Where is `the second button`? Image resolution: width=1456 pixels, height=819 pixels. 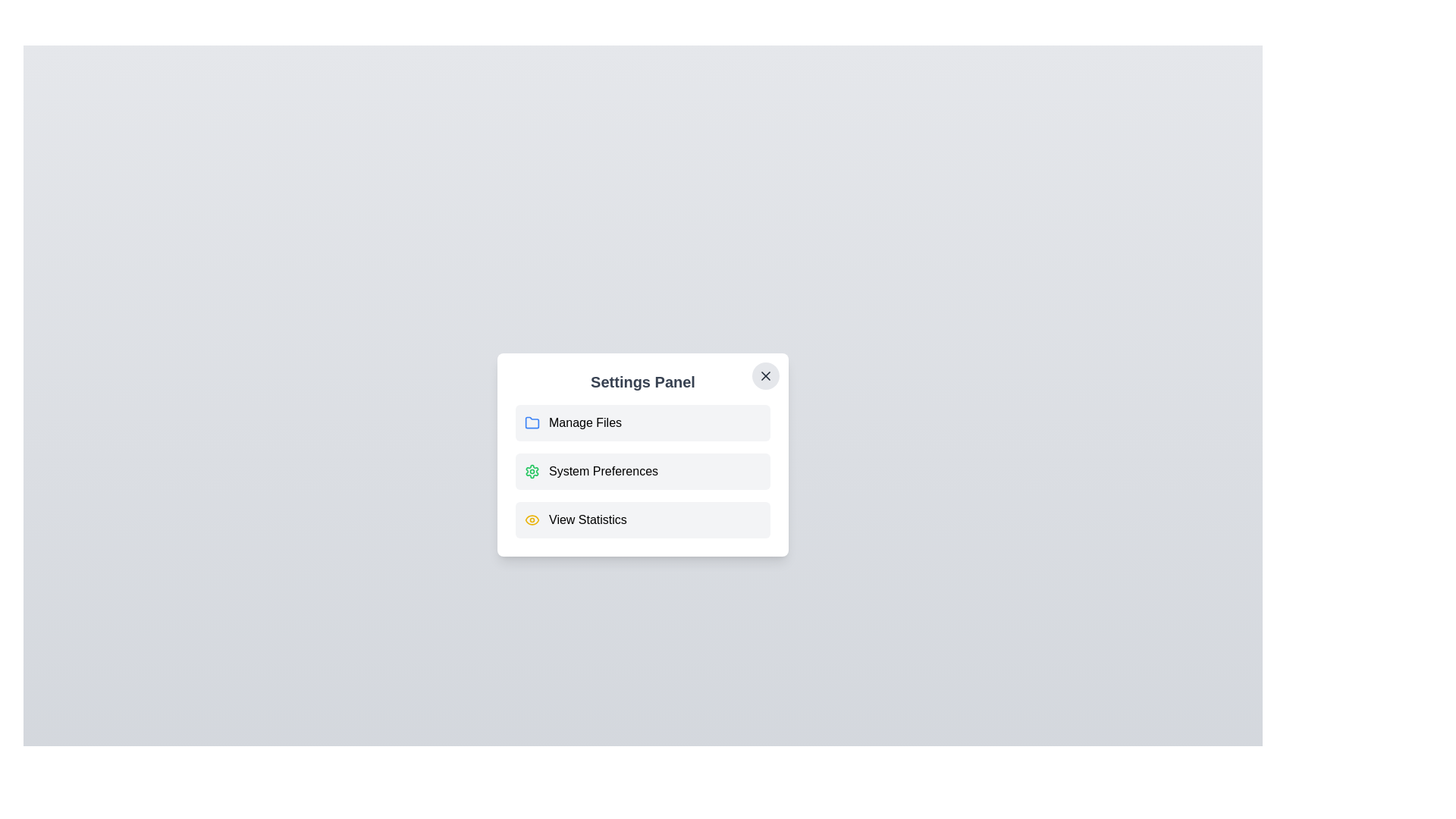
the second button is located at coordinates (643, 454).